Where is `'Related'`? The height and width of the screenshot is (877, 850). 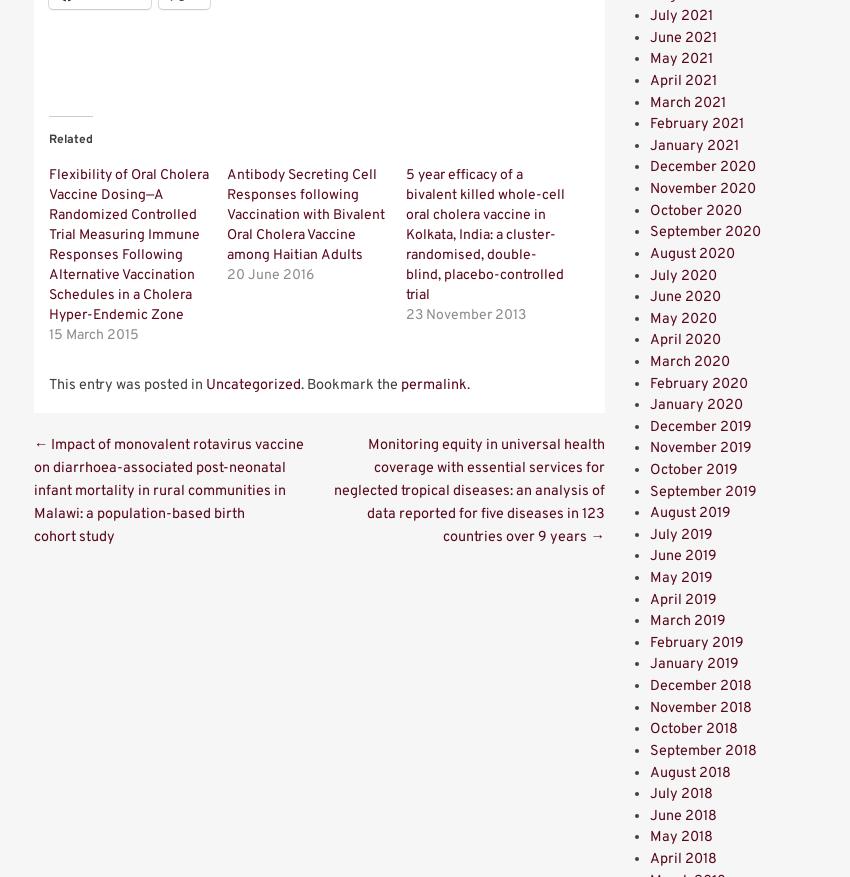 'Related' is located at coordinates (70, 138).